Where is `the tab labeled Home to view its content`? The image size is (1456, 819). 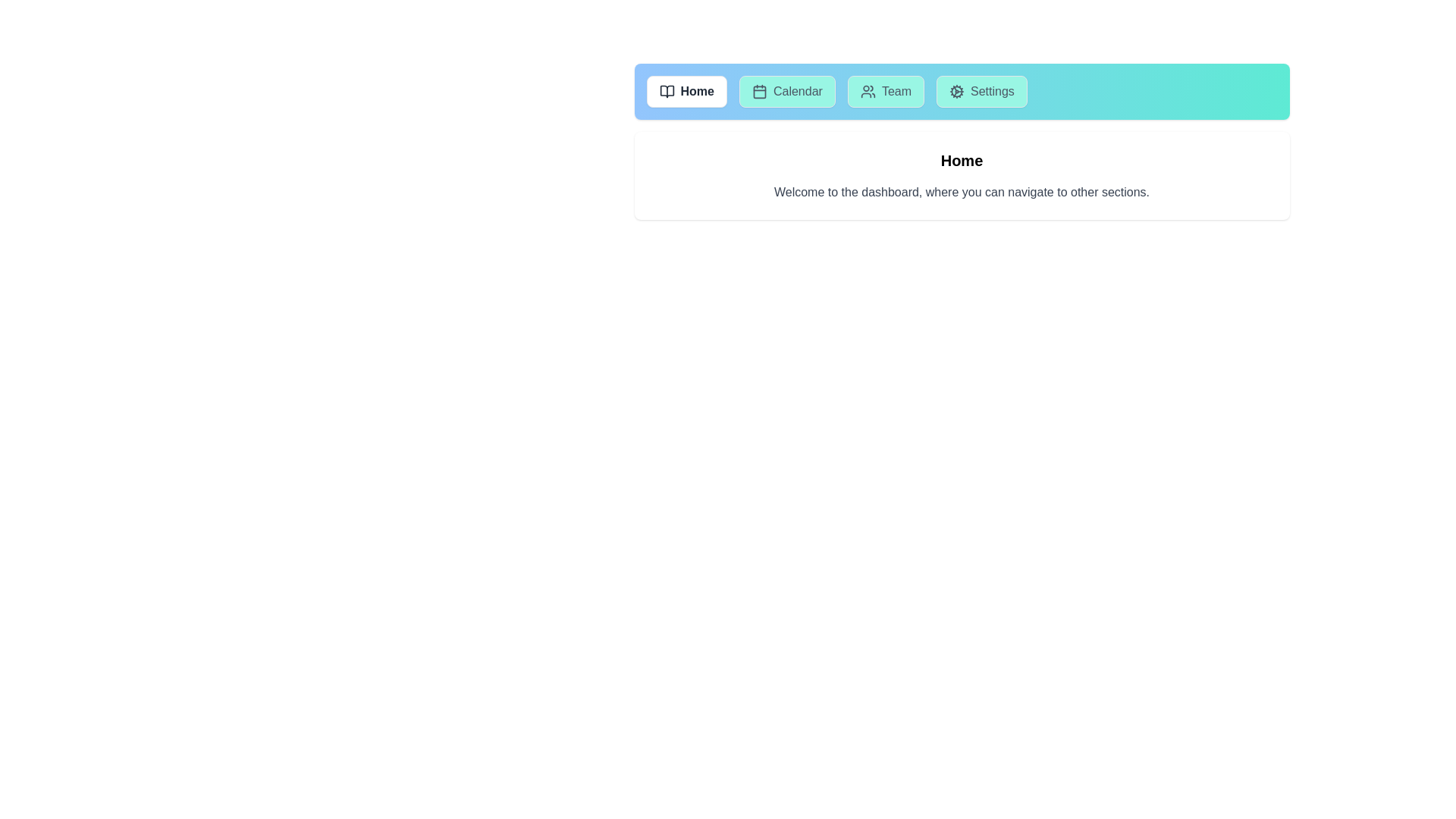
the tab labeled Home to view its content is located at coordinates (686, 91).